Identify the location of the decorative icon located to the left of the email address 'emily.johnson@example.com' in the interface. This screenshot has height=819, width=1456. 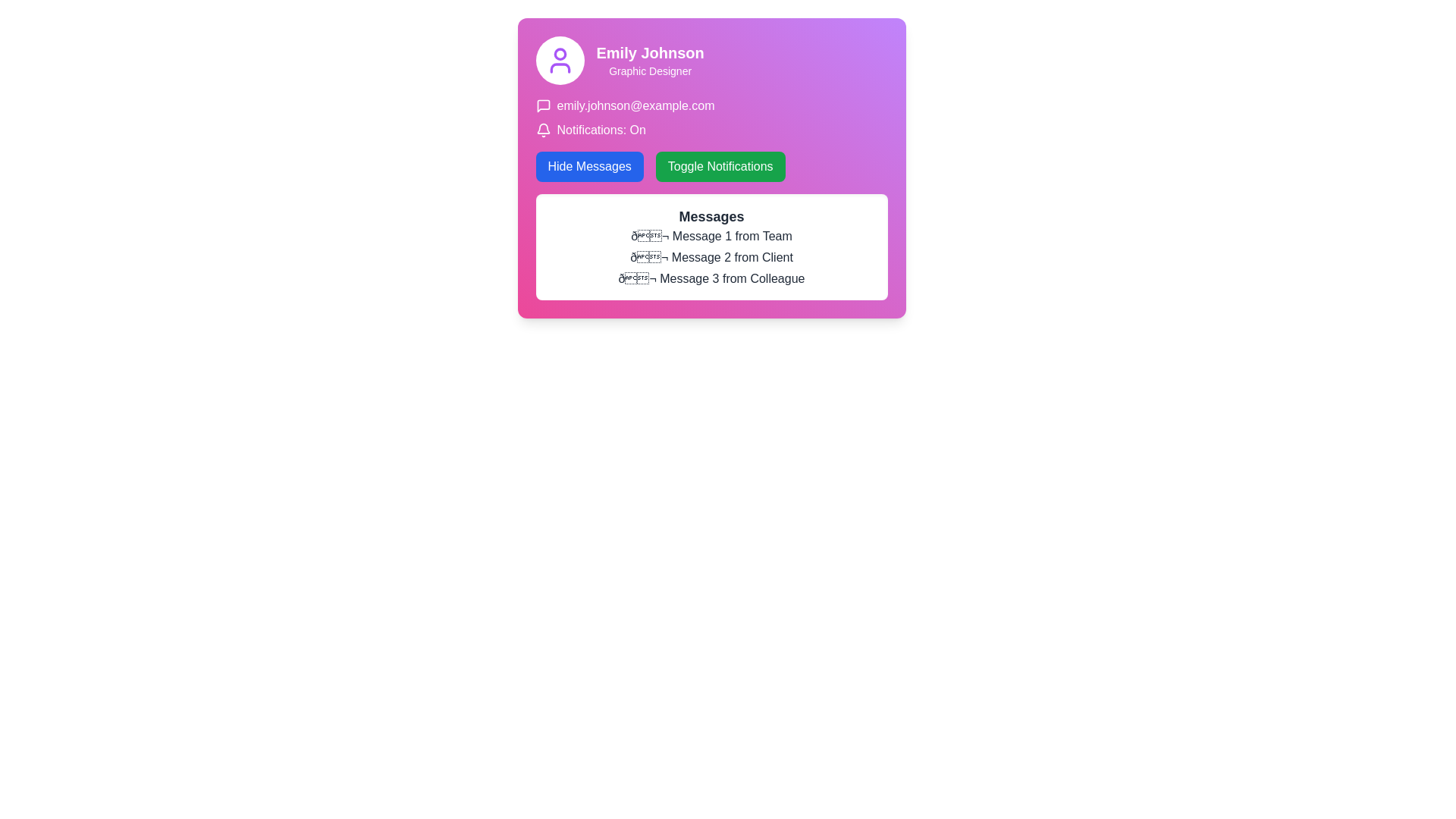
(543, 105).